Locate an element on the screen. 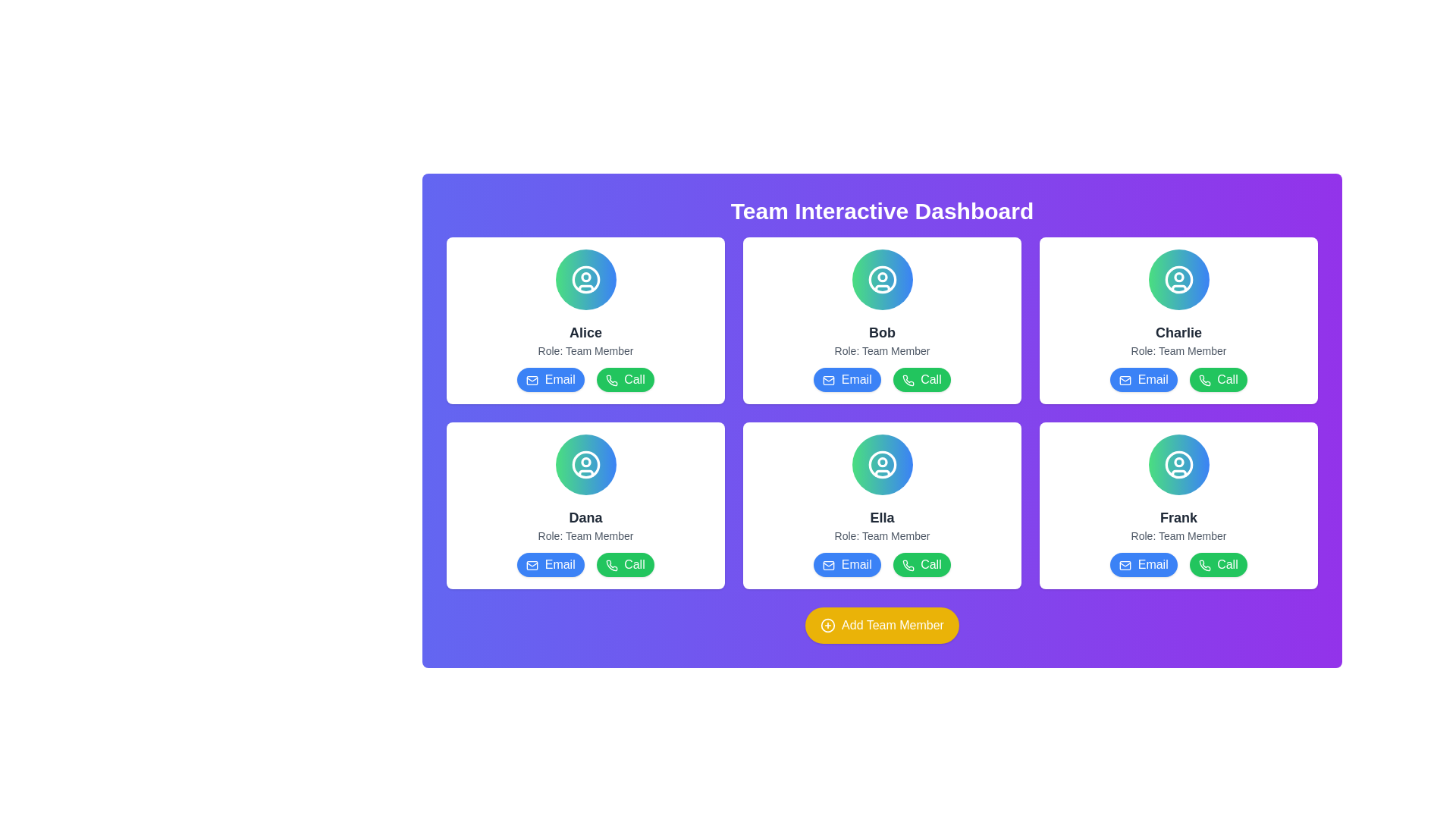 This screenshot has height=819, width=1456. the phone icon with a green background and white outlines, located next to the 'Call' text on the button in the 'Bob' information card is located at coordinates (908, 379).